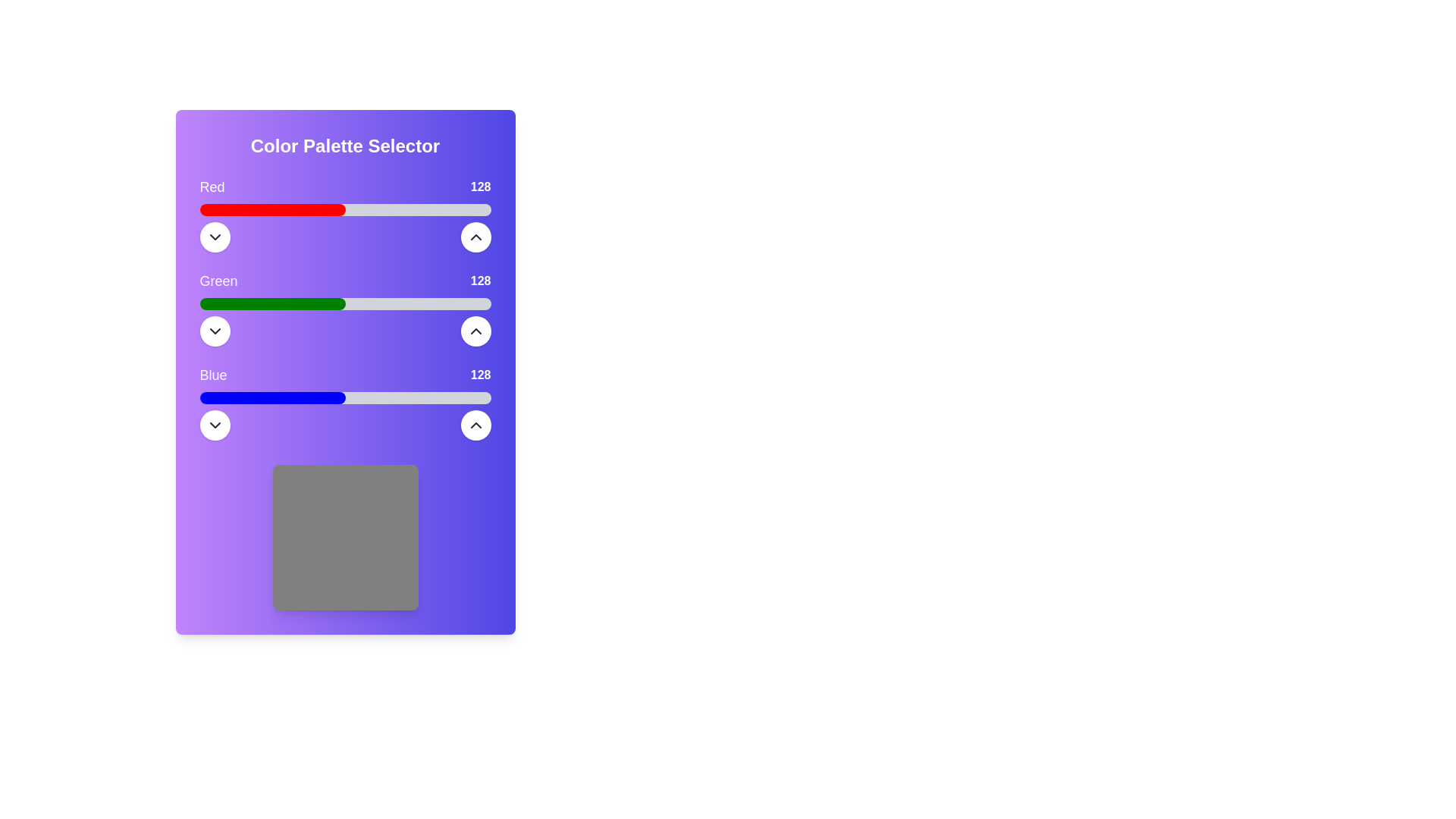 The image size is (1456, 819). Describe the element at coordinates (235, 304) in the screenshot. I see `the green color intensity` at that location.